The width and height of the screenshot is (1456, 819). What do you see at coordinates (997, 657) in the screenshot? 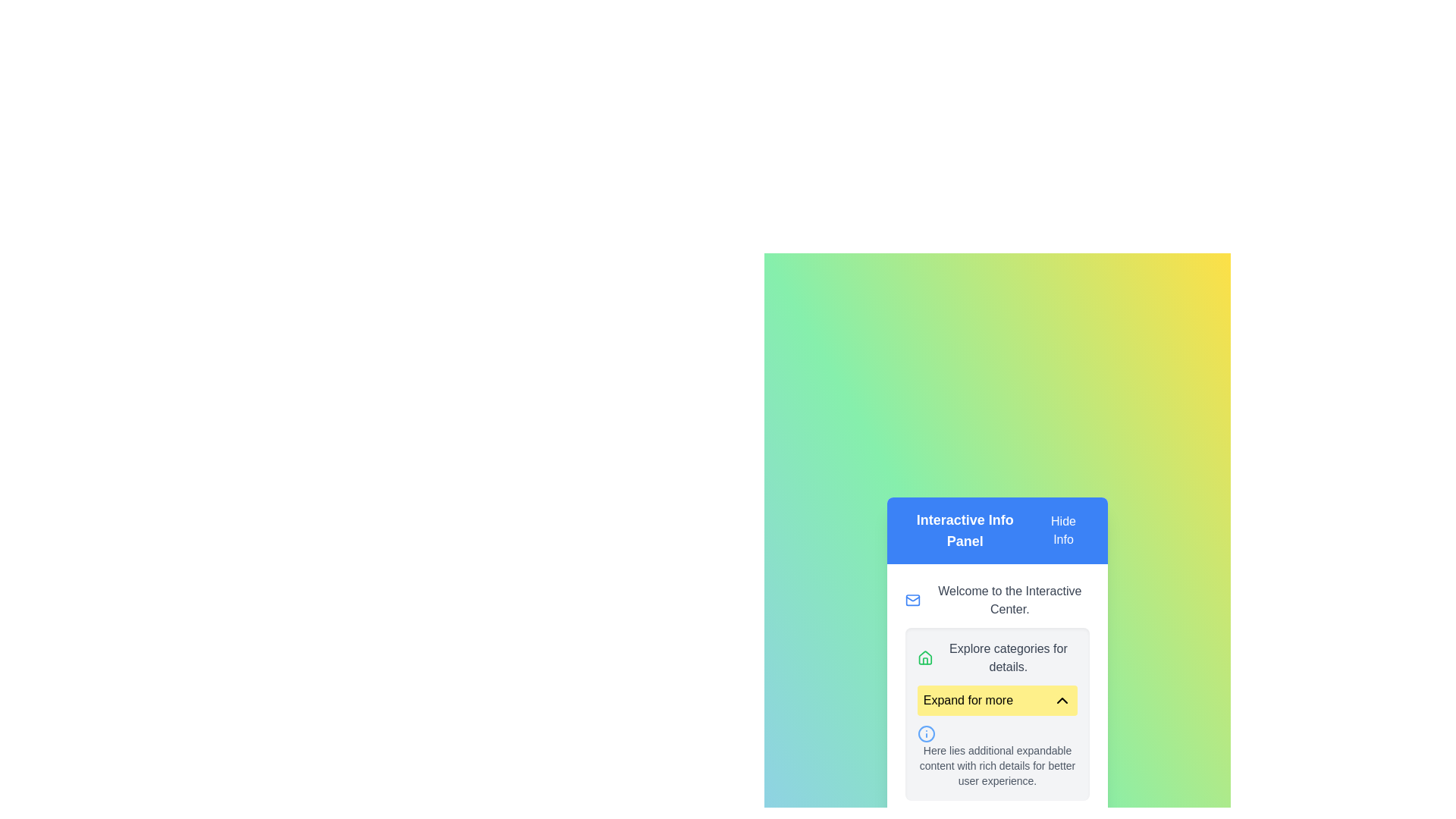
I see `informational text that says 'Explore categories for details.' which is represented by a green house icon on the left, located near the top-middle section of the panel` at bounding box center [997, 657].